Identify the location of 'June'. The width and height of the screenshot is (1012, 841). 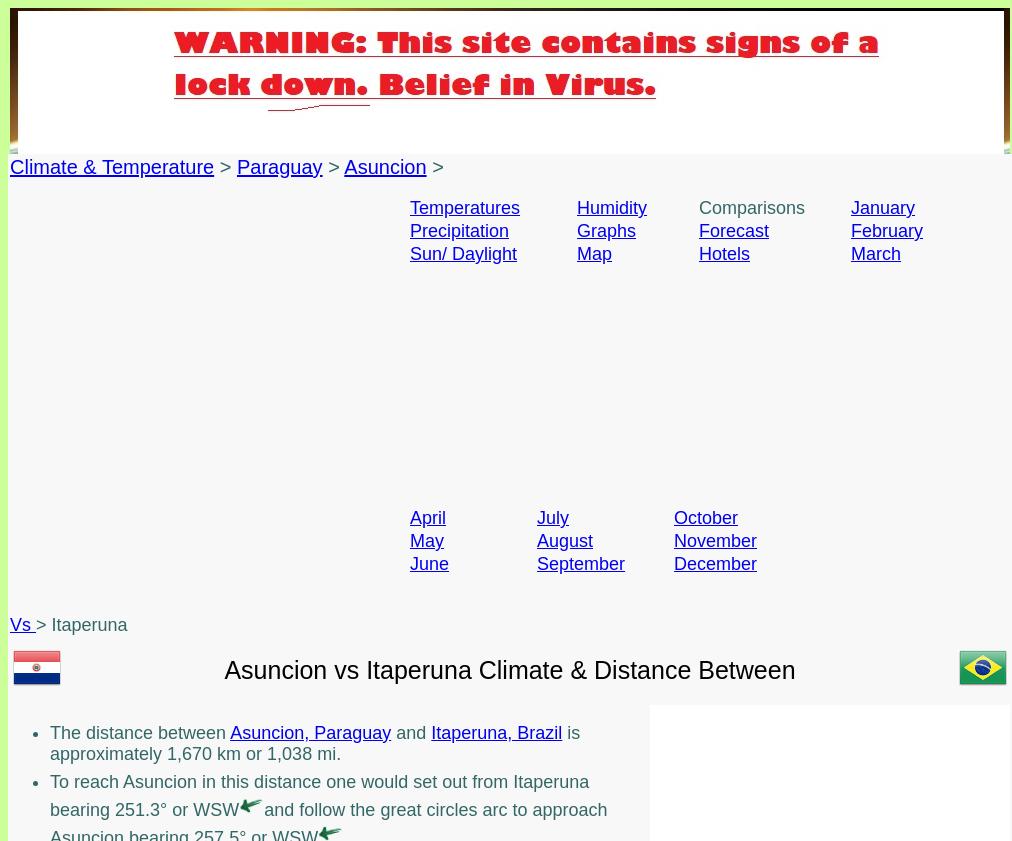
(429, 563).